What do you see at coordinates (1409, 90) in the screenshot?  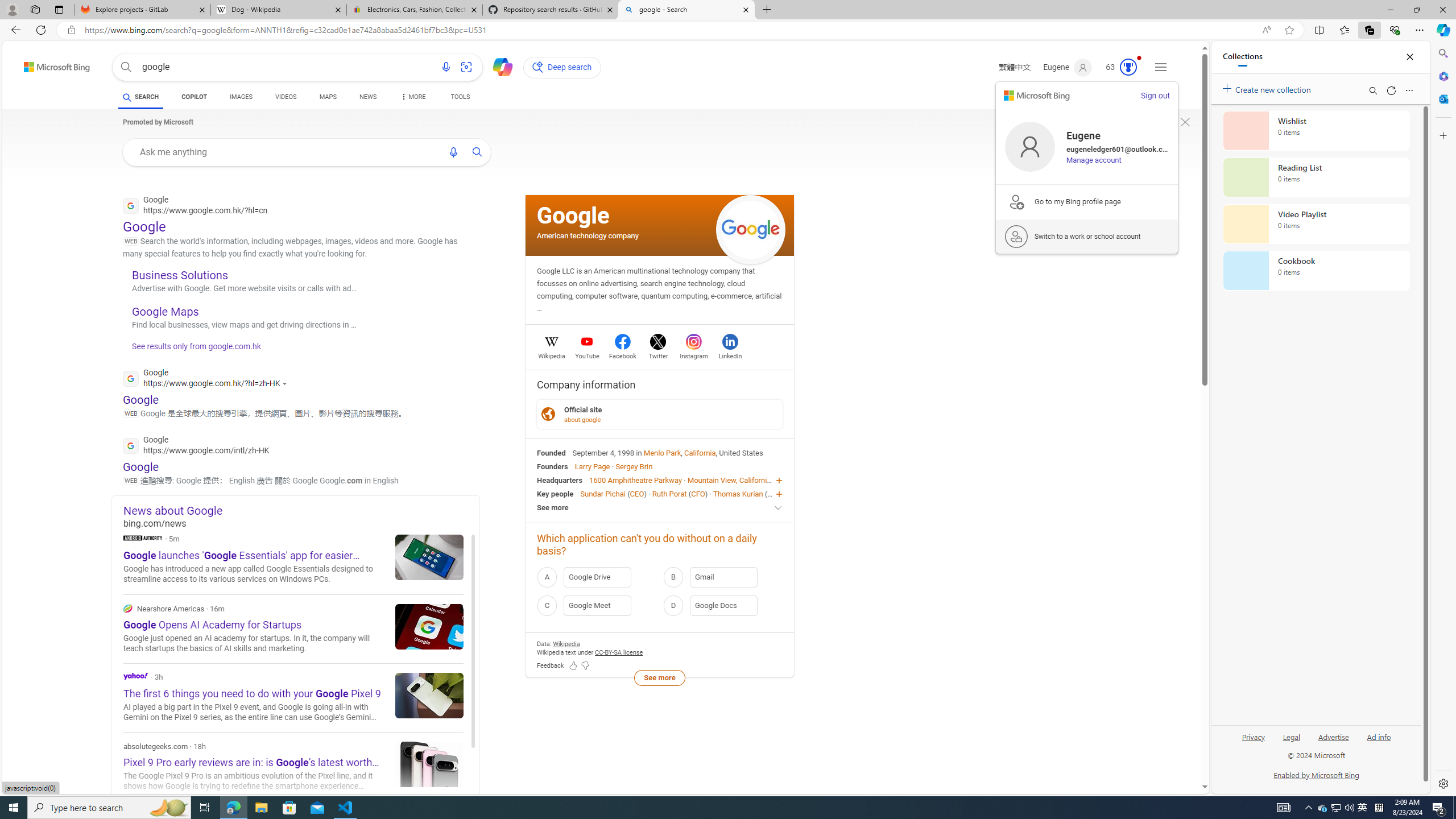 I see `'More options menu'` at bounding box center [1409, 90].